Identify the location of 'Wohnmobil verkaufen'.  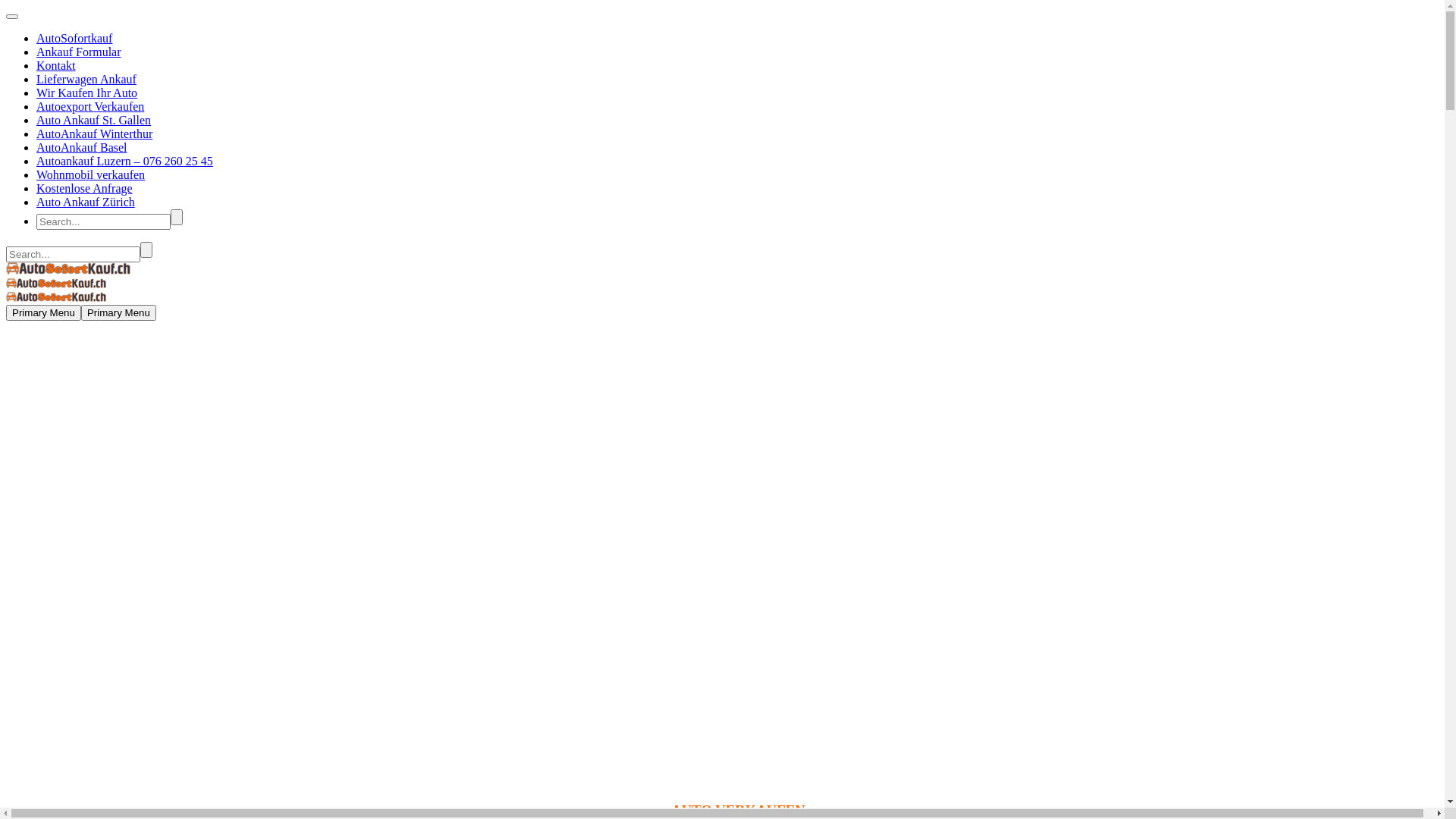
(36, 174).